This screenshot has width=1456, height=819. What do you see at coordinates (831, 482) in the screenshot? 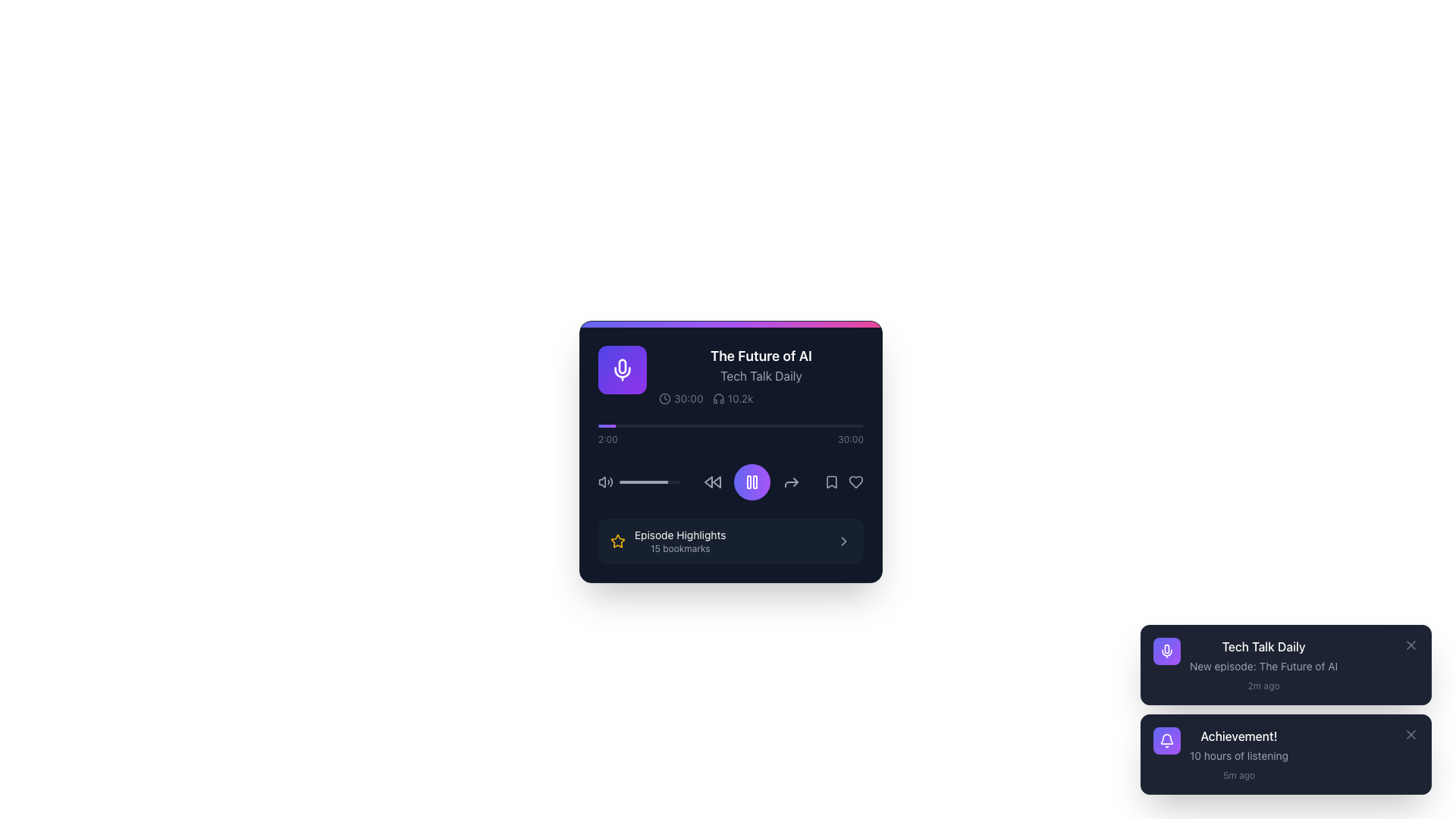
I see `the first bookmark button located to the right of the playback control button to bookmark content` at bounding box center [831, 482].